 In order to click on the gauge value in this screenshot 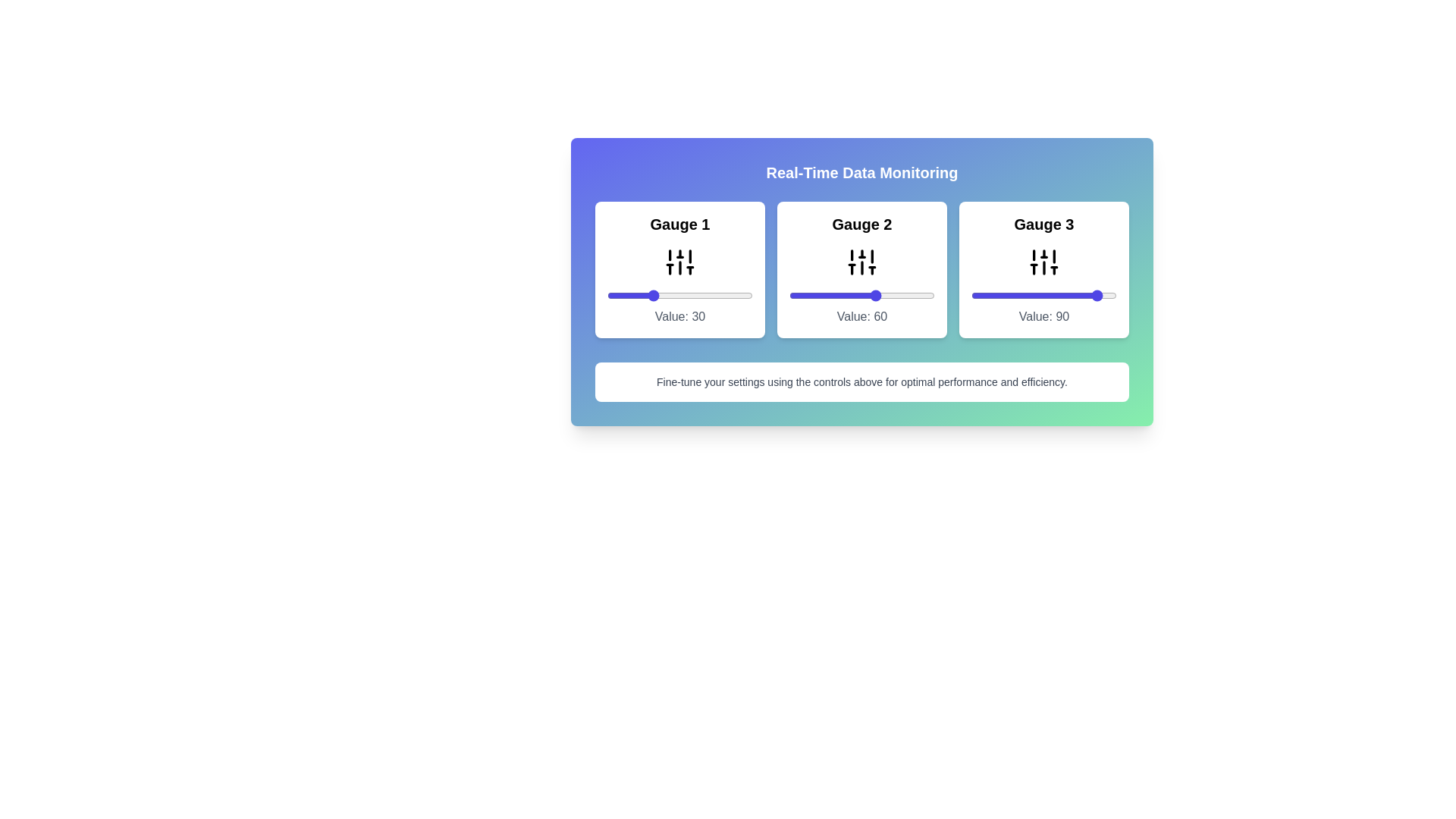, I will do `click(644, 295)`.